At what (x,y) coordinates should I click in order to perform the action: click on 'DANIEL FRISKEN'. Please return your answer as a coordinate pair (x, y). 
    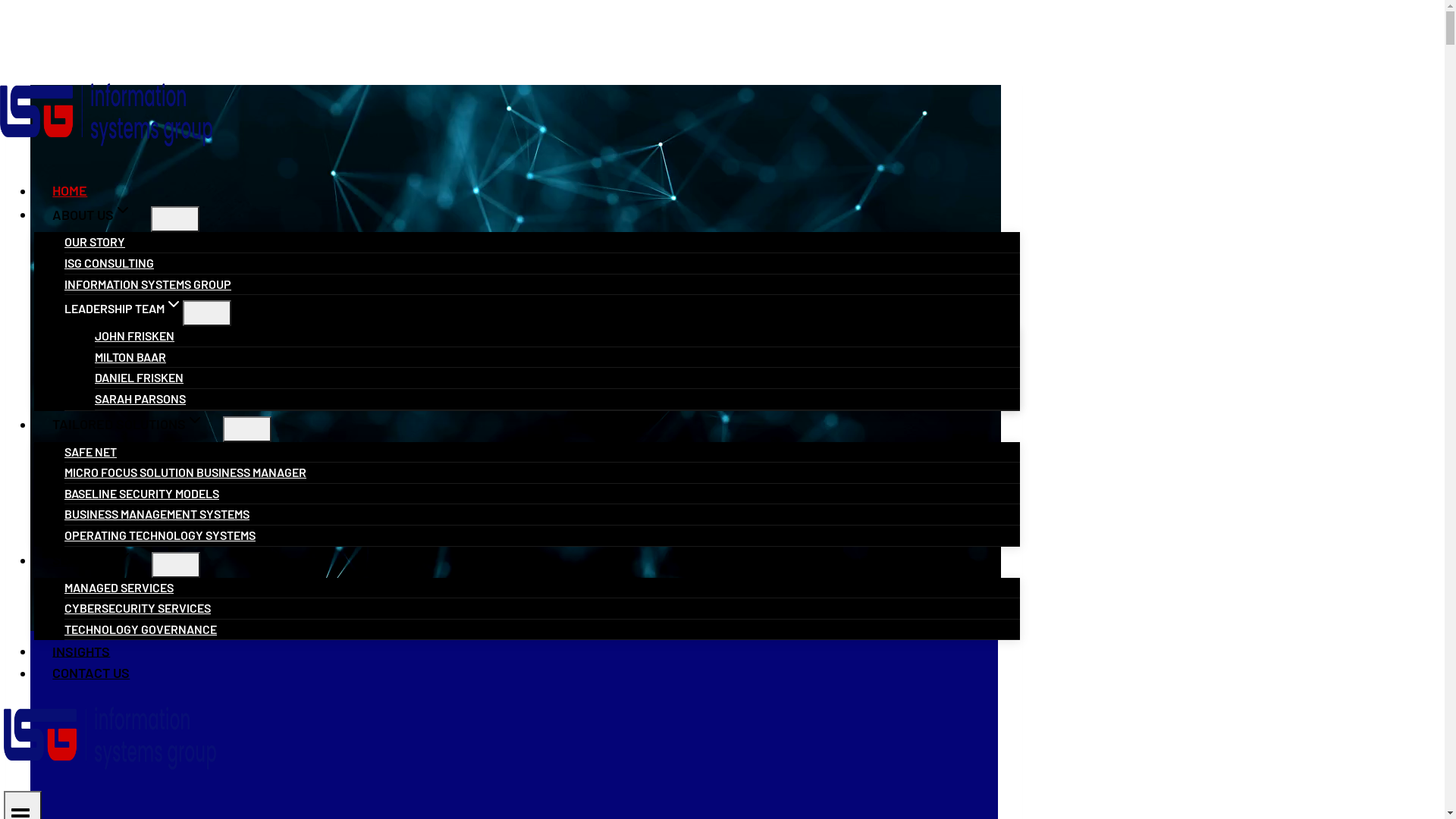
    Looking at the image, I should click on (139, 376).